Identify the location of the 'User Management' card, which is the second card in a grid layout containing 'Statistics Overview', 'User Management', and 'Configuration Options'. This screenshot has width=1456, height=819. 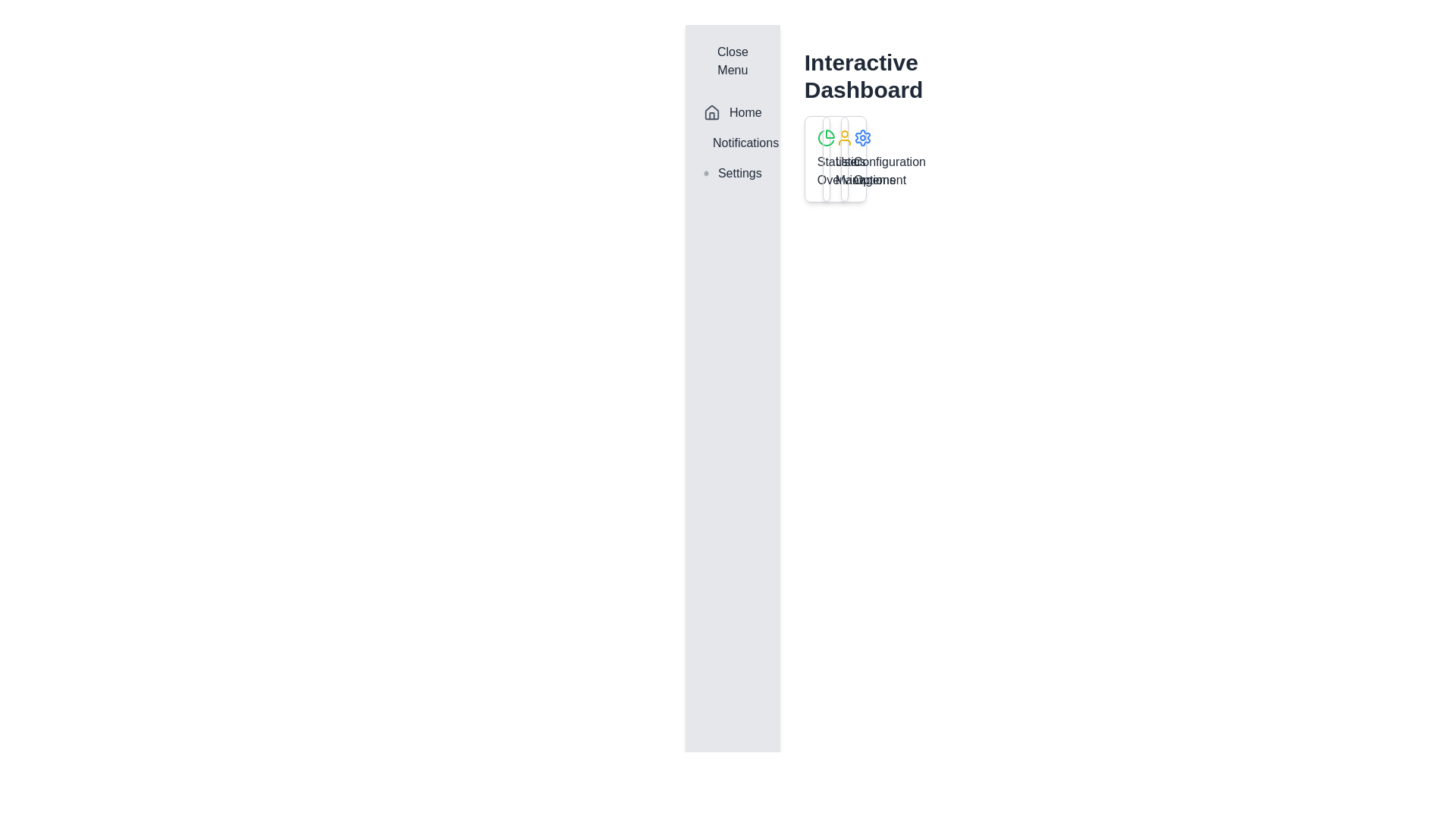
(834, 158).